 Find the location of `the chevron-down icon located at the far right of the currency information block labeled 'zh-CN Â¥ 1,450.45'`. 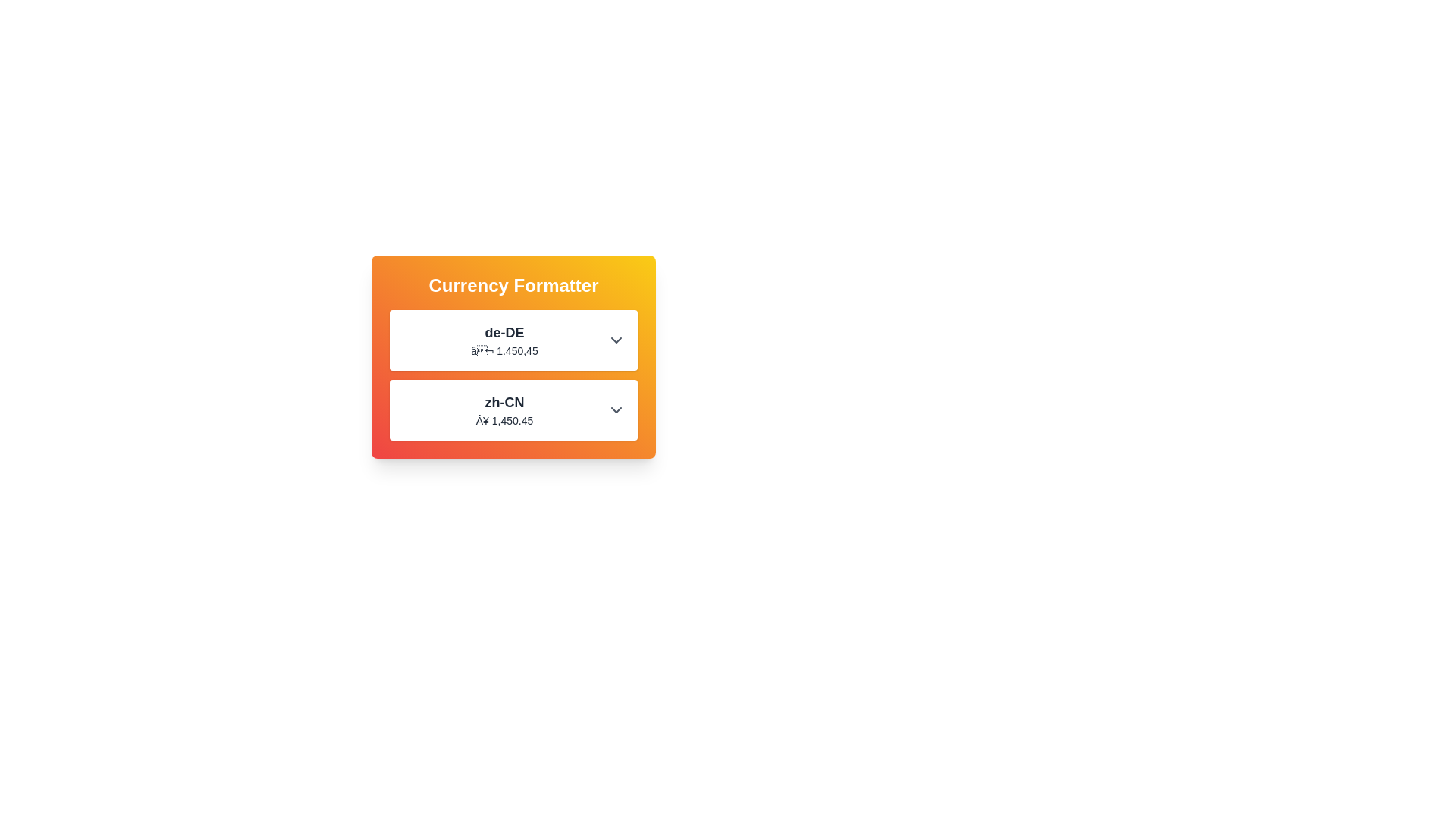

the chevron-down icon located at the far right of the currency information block labeled 'zh-CN Â¥ 1,450.45' is located at coordinates (616, 409).